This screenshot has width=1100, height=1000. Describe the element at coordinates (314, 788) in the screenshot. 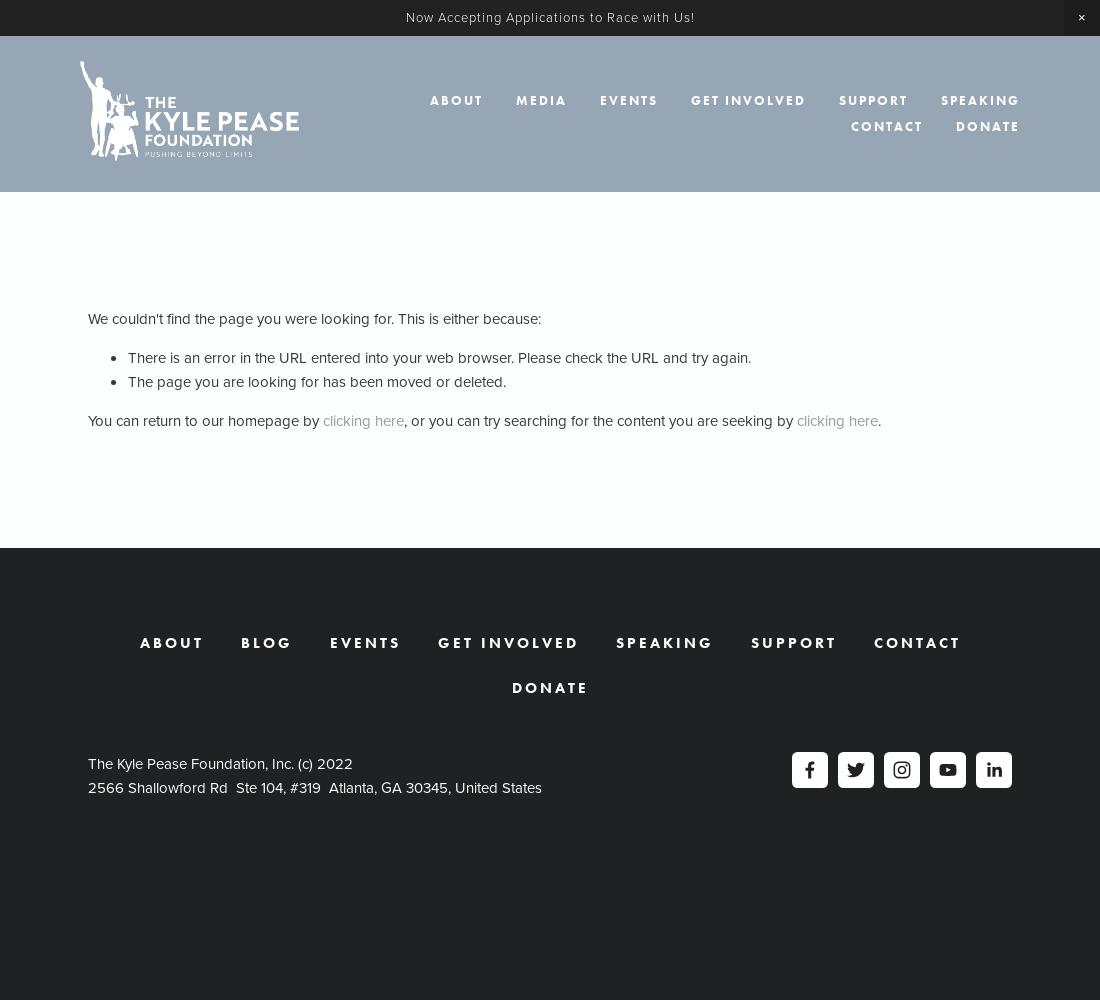

I see `'2566 Shallowford Rd  Ste 104, #319  Atlanta, GA 30345, United States'` at that location.